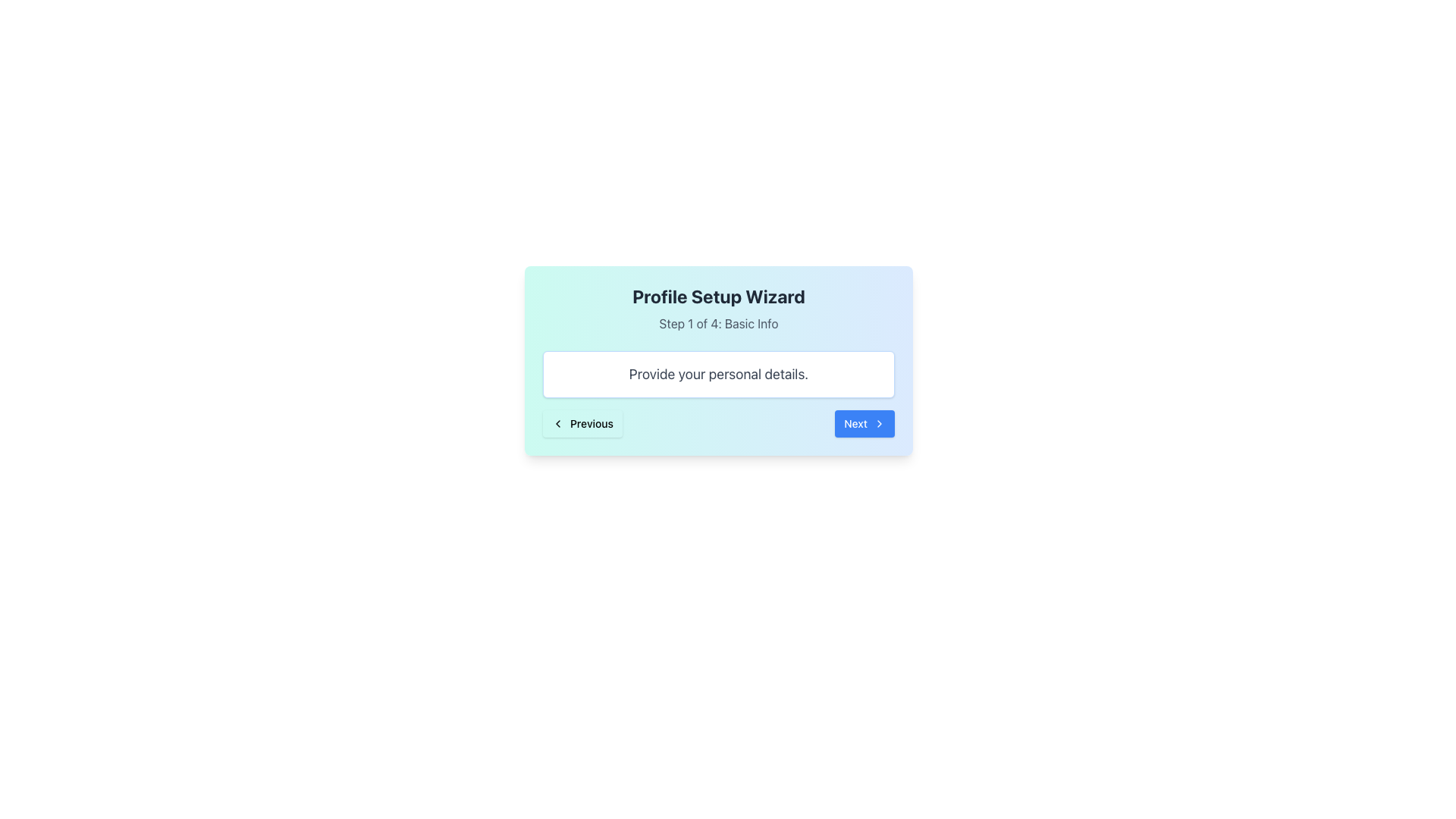 The height and width of the screenshot is (819, 1456). What do you see at coordinates (880, 424) in the screenshot?
I see `the Chevron/Arrow icon located at the far right of the 'Next' button in the primary navigation section of the dialog box` at bounding box center [880, 424].